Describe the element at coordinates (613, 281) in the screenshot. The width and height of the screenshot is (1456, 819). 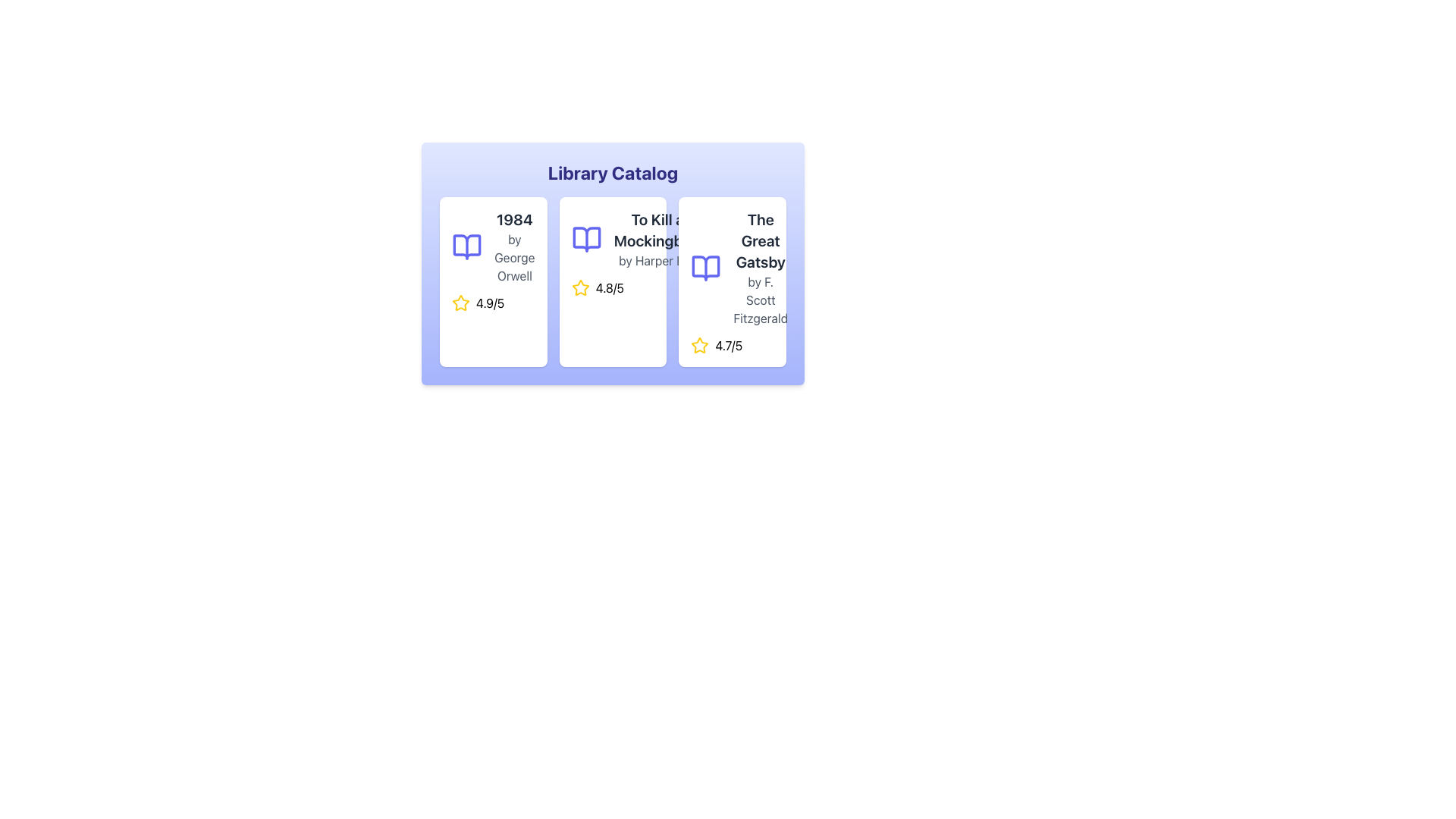
I see `the Rating Display element showing '4.8/5' with a yellow star icon, located in the second card of a three-column grid, under the title and author information` at that location.